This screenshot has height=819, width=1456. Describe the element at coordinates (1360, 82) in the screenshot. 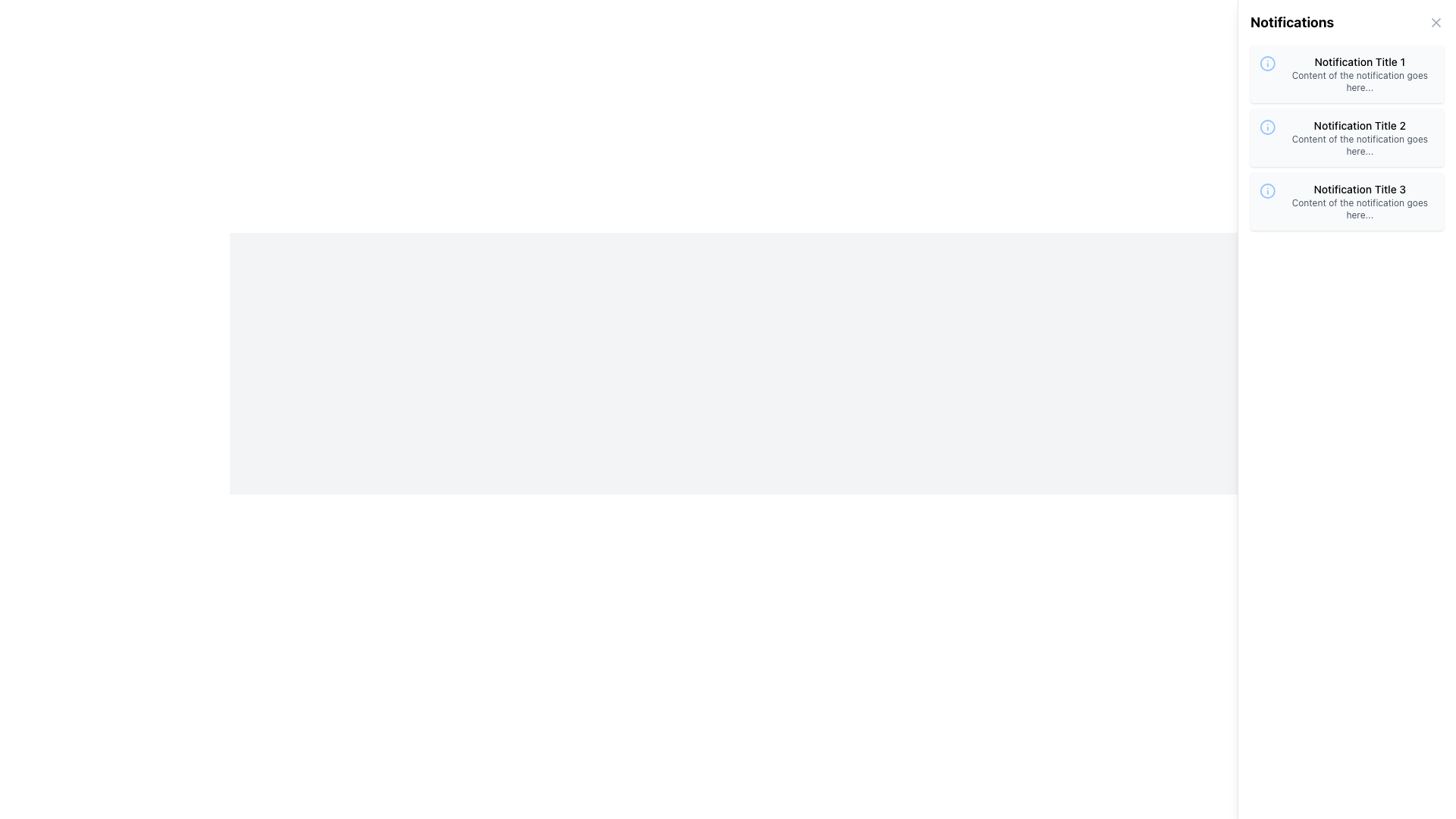

I see `the text snippet styled in small, gray font displaying the message 'Content of the notification goes here...' located under the bold title 'Notification Title 1' in the right-aligned notification panel` at that location.